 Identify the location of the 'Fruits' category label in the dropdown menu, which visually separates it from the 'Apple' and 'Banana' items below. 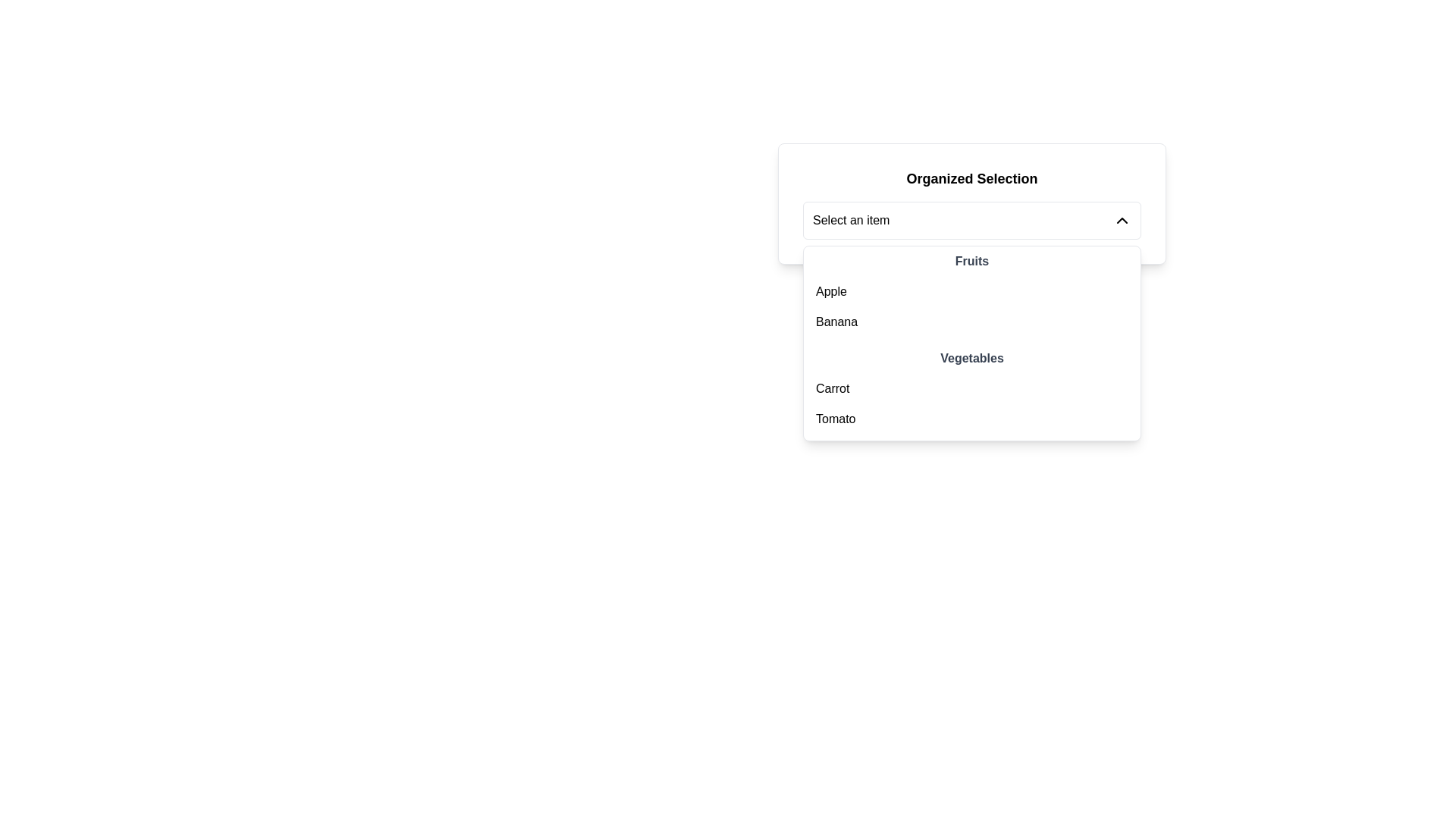
(971, 260).